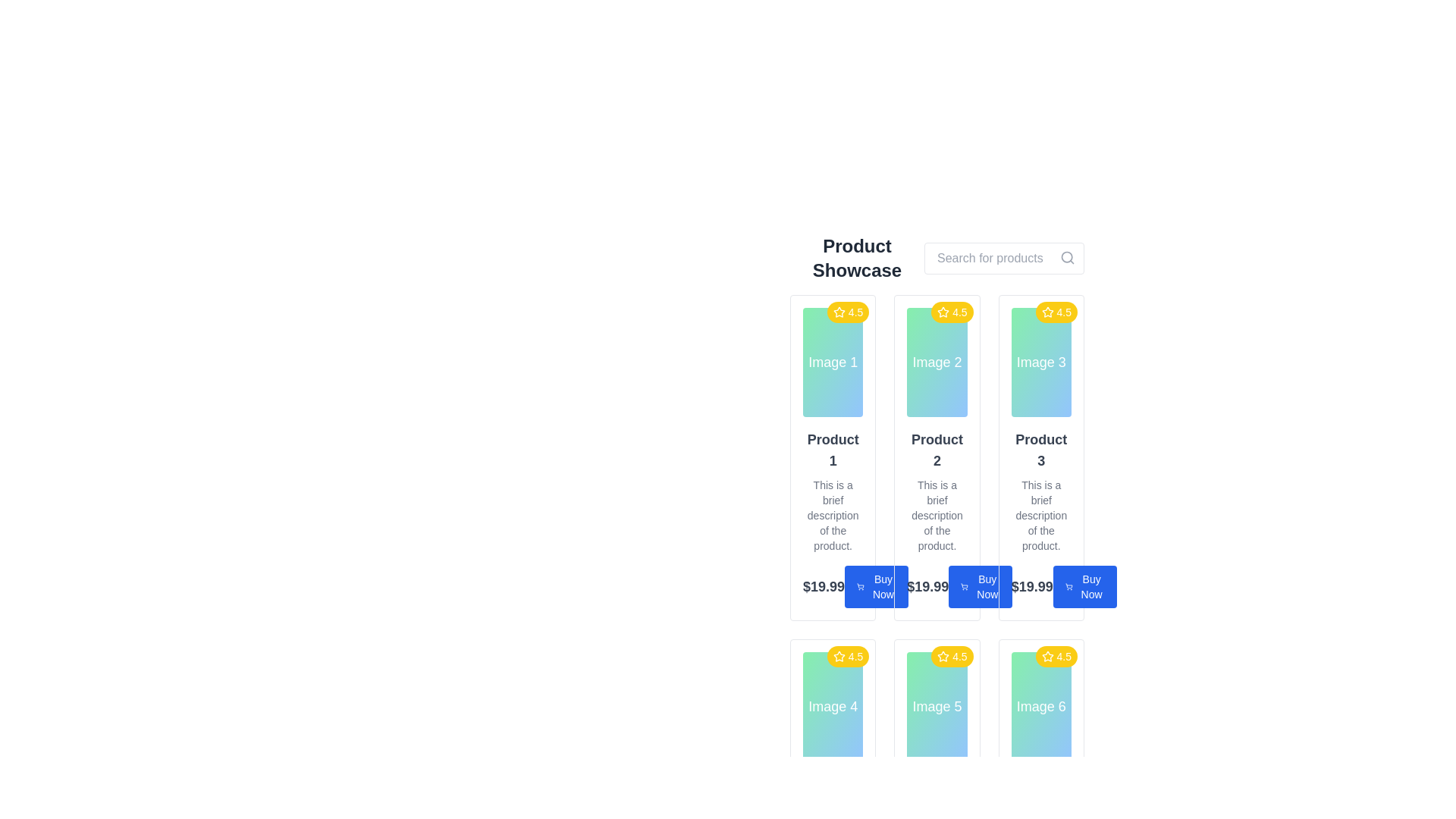 Image resolution: width=1456 pixels, height=819 pixels. What do you see at coordinates (1066, 256) in the screenshot?
I see `the search icon located at the top right of the view, which is positioned inside a horizontal search box next to the input field labeled 'Search for products'` at bounding box center [1066, 256].